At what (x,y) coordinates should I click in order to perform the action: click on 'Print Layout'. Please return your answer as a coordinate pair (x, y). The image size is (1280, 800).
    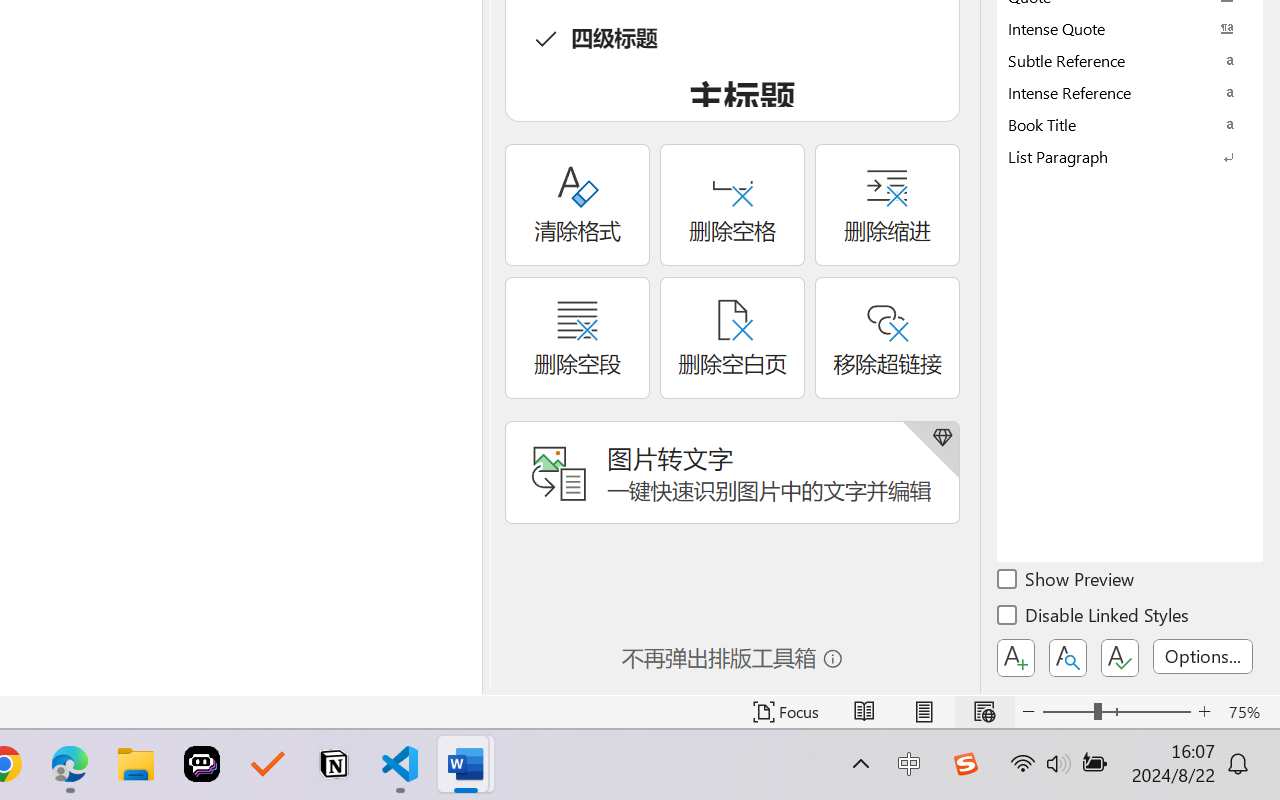
    Looking at the image, I should click on (923, 711).